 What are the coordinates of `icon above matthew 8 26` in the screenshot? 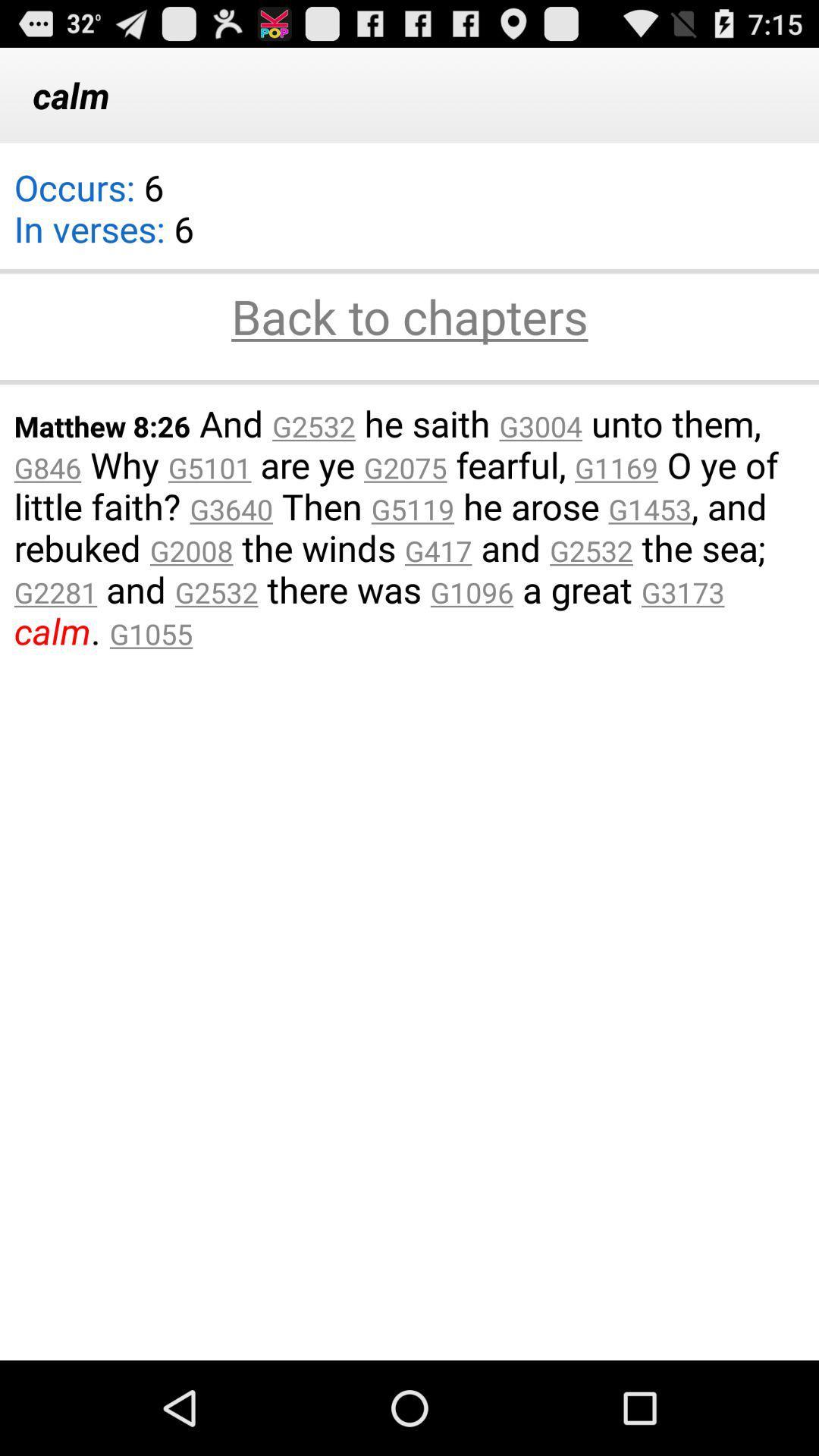 It's located at (409, 381).